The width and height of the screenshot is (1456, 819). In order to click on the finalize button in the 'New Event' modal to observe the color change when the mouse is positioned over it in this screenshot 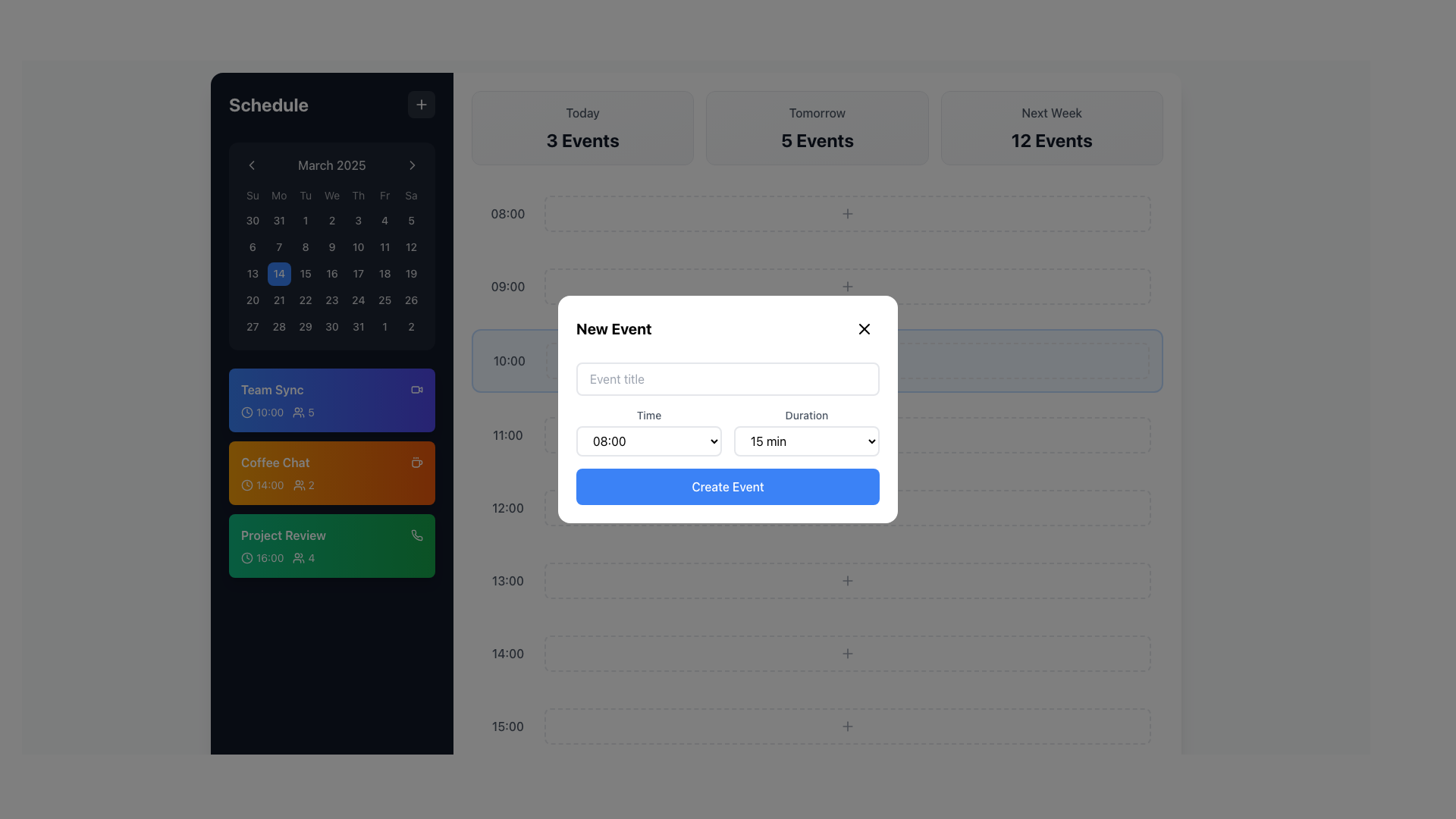, I will do `click(728, 486)`.